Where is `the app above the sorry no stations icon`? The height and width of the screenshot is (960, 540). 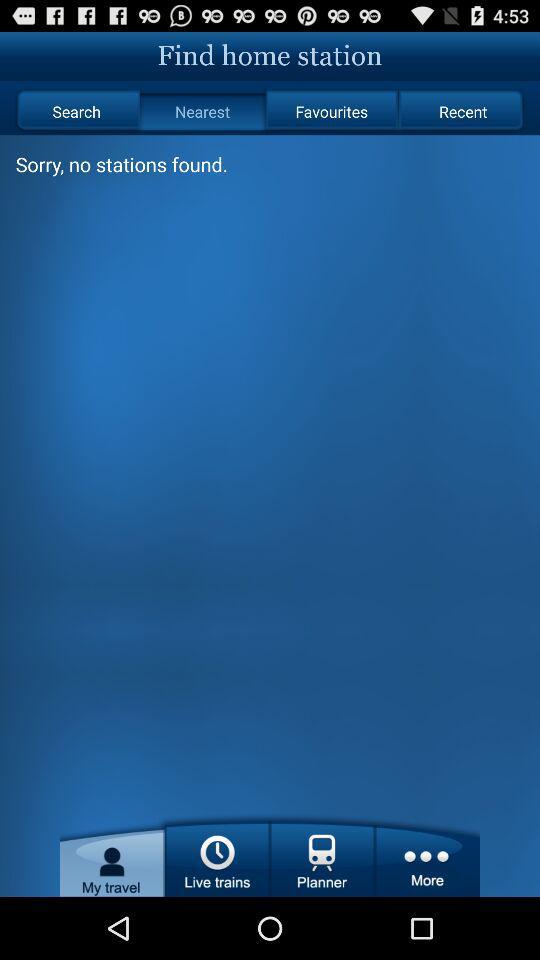 the app above the sorry no stations icon is located at coordinates (75, 111).